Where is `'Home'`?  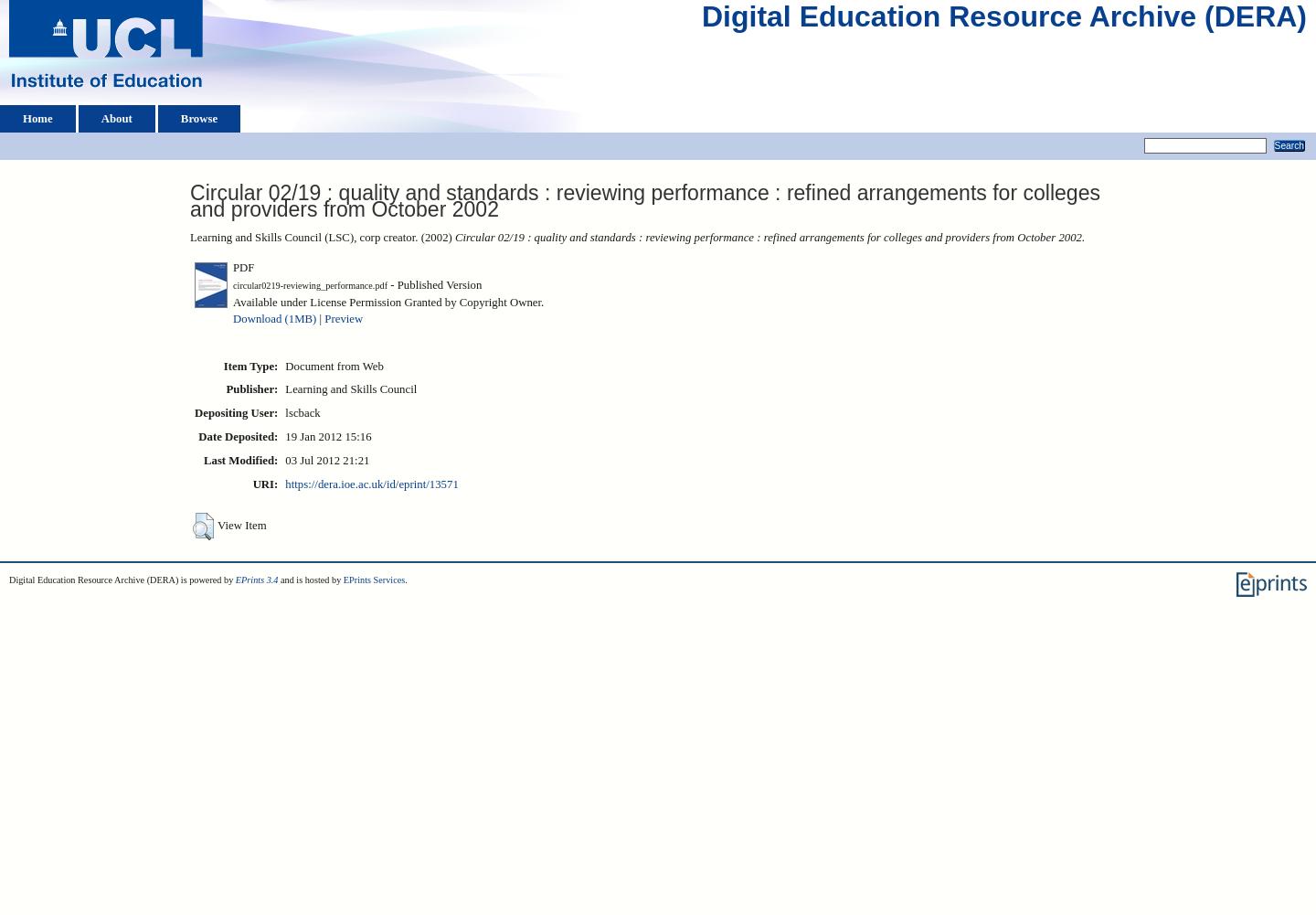 'Home' is located at coordinates (37, 118).